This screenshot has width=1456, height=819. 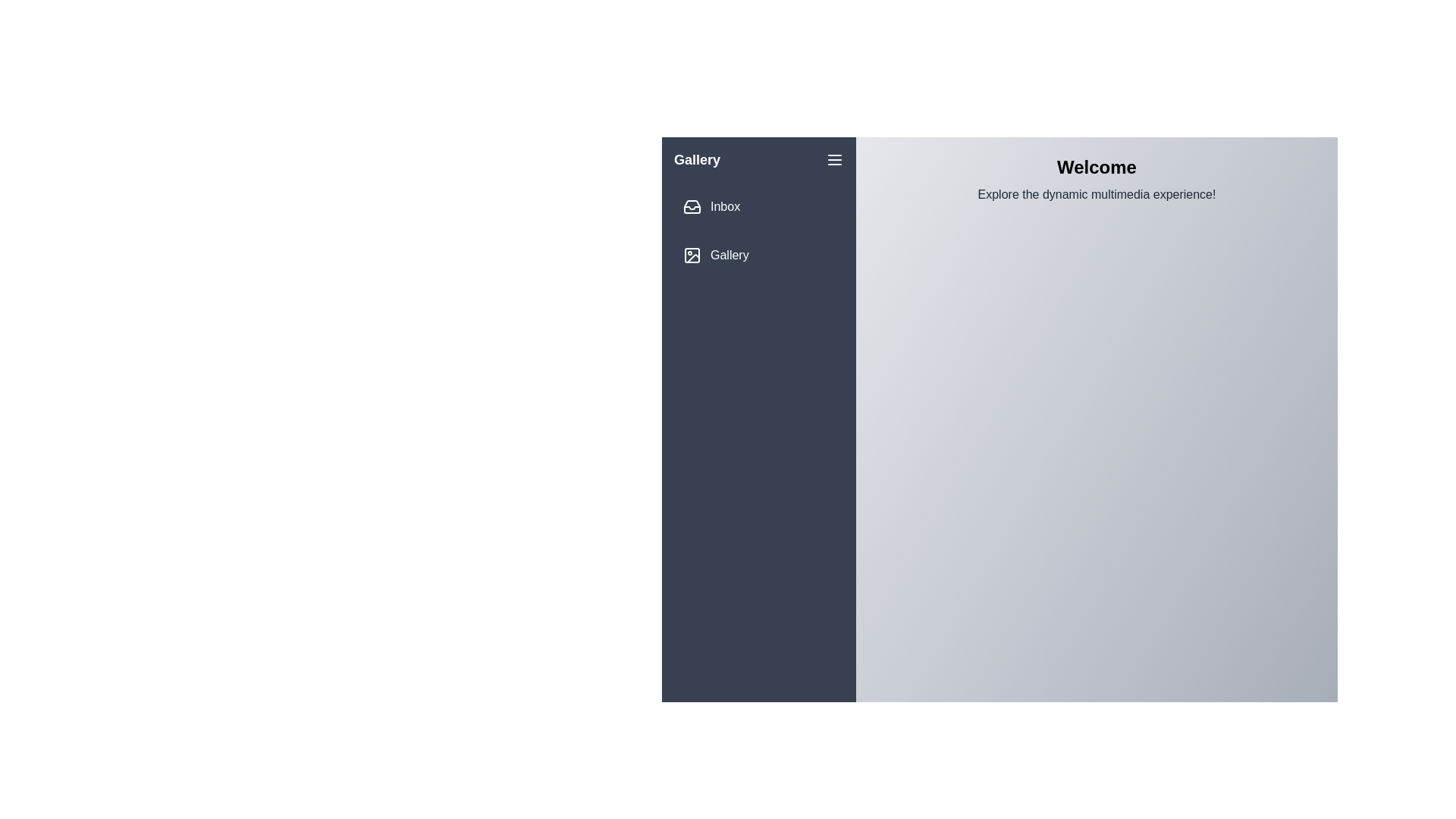 I want to click on the Gallery icon in the vertical navigation menu, which features a mountain and sun design, located as the second item from the top, so click(x=692, y=258).